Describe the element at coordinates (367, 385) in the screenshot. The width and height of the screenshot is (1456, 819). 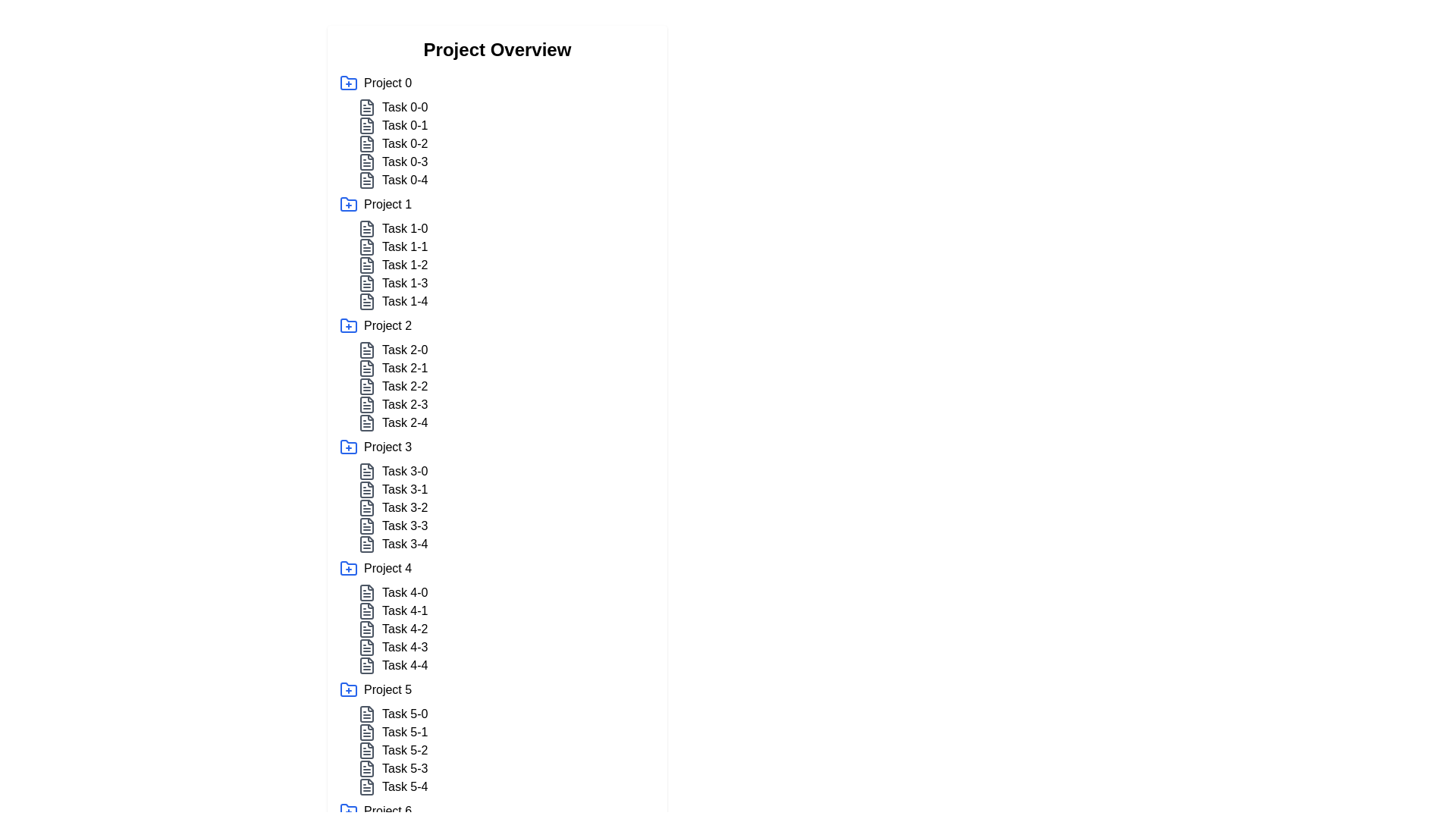
I see `the document icon with a folded corner that is located in the 'Project 2' section, adjacent to 'Task 2-2'` at that location.